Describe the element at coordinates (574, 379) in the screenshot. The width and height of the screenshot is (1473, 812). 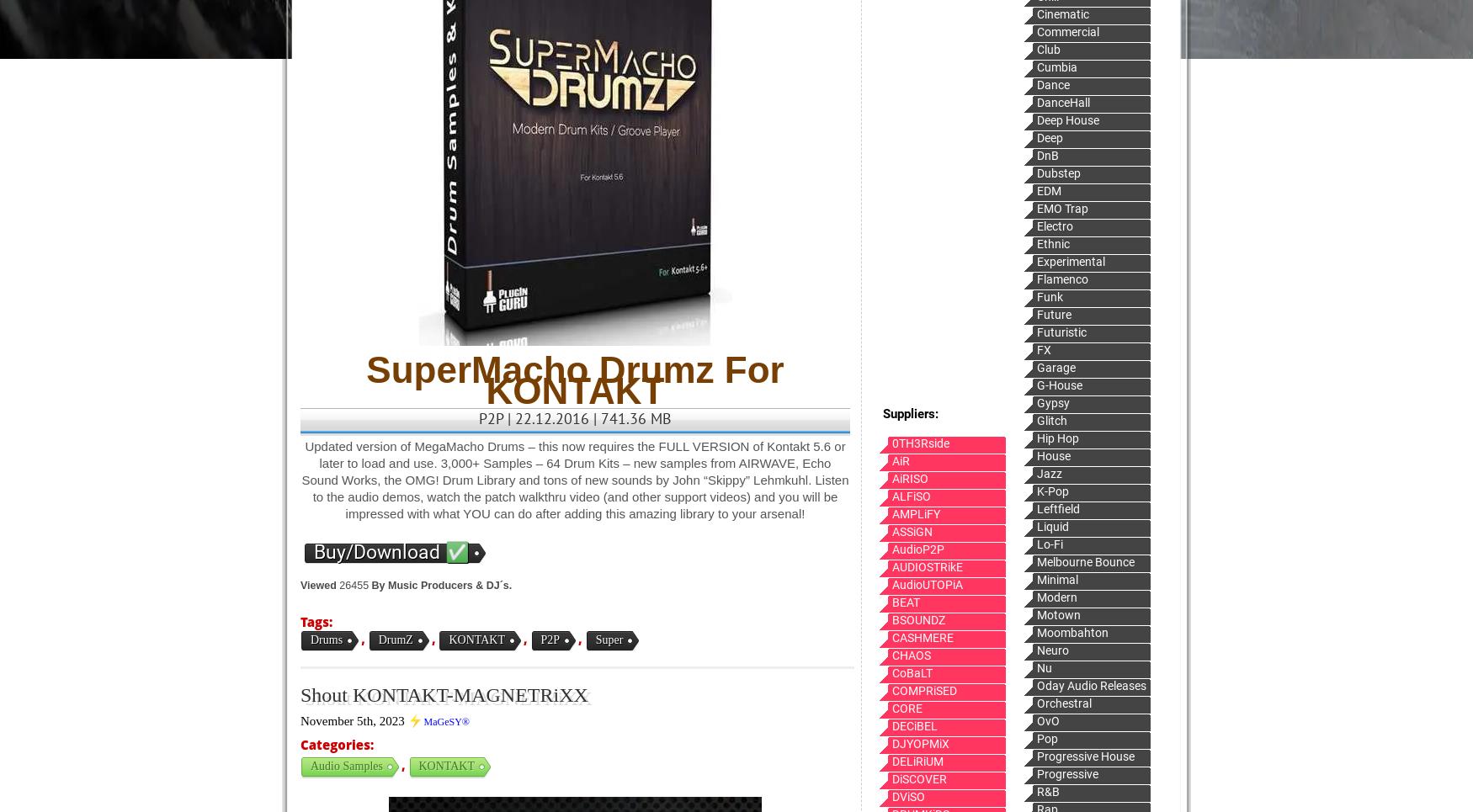
I see `'SuperMacho Drumz For KONTAKT'` at that location.